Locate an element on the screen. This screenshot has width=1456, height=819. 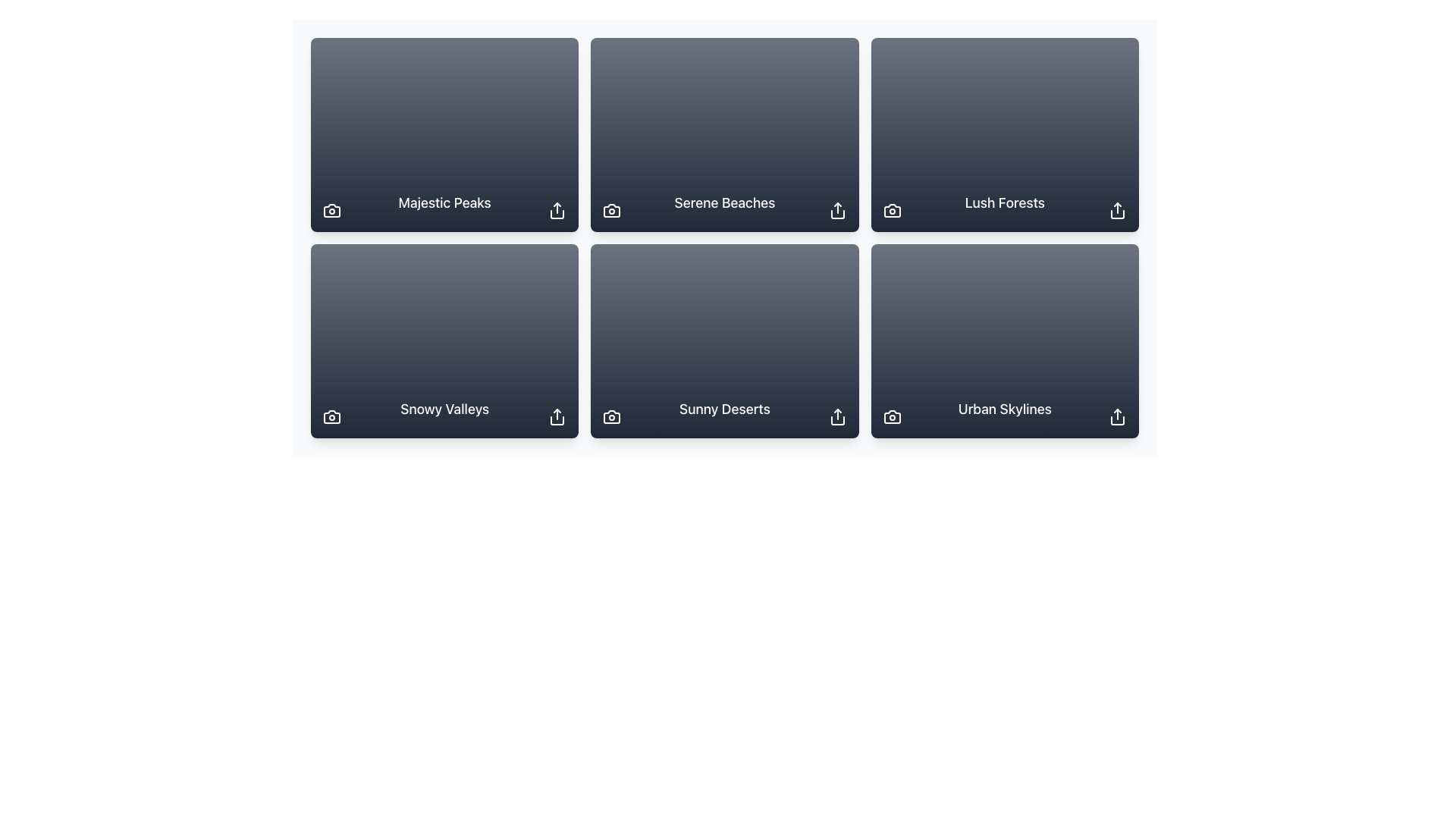
the camera icon (SVG graphic) located is located at coordinates (892, 210).